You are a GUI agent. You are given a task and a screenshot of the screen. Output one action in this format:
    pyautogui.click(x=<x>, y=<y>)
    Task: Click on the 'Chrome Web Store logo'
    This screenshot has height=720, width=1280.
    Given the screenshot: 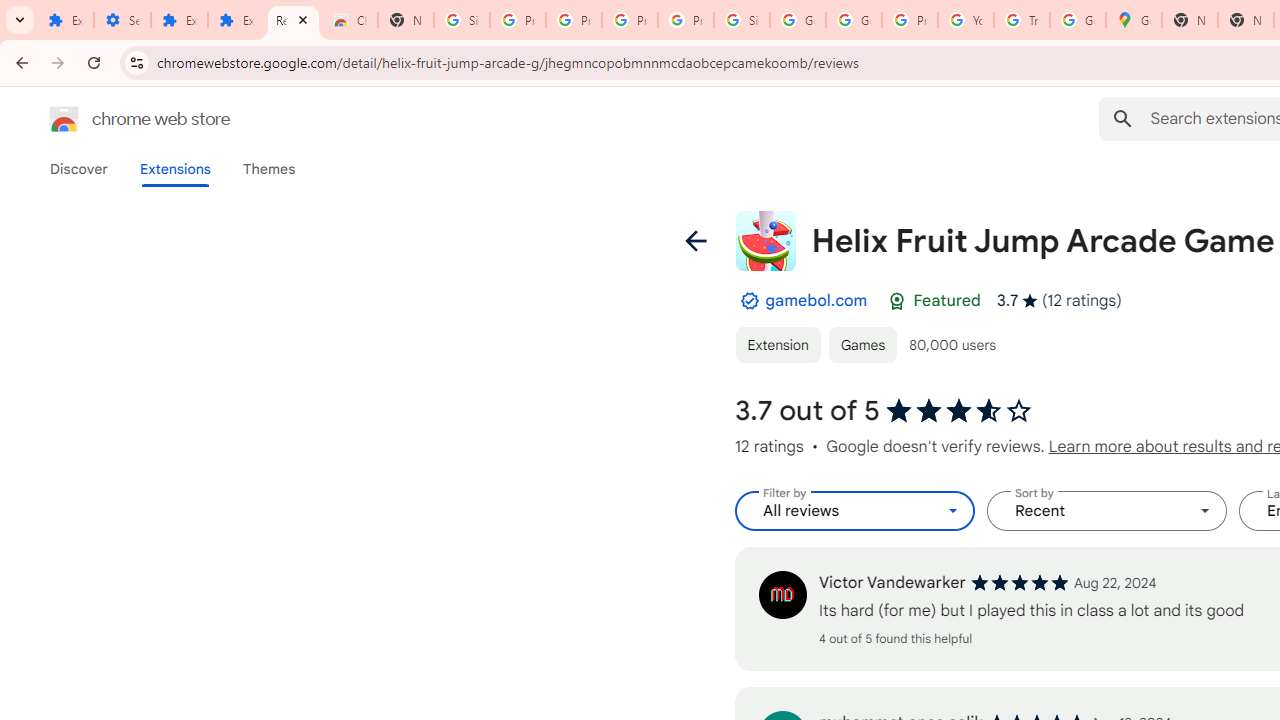 What is the action you would take?
    pyautogui.click(x=64, y=119)
    